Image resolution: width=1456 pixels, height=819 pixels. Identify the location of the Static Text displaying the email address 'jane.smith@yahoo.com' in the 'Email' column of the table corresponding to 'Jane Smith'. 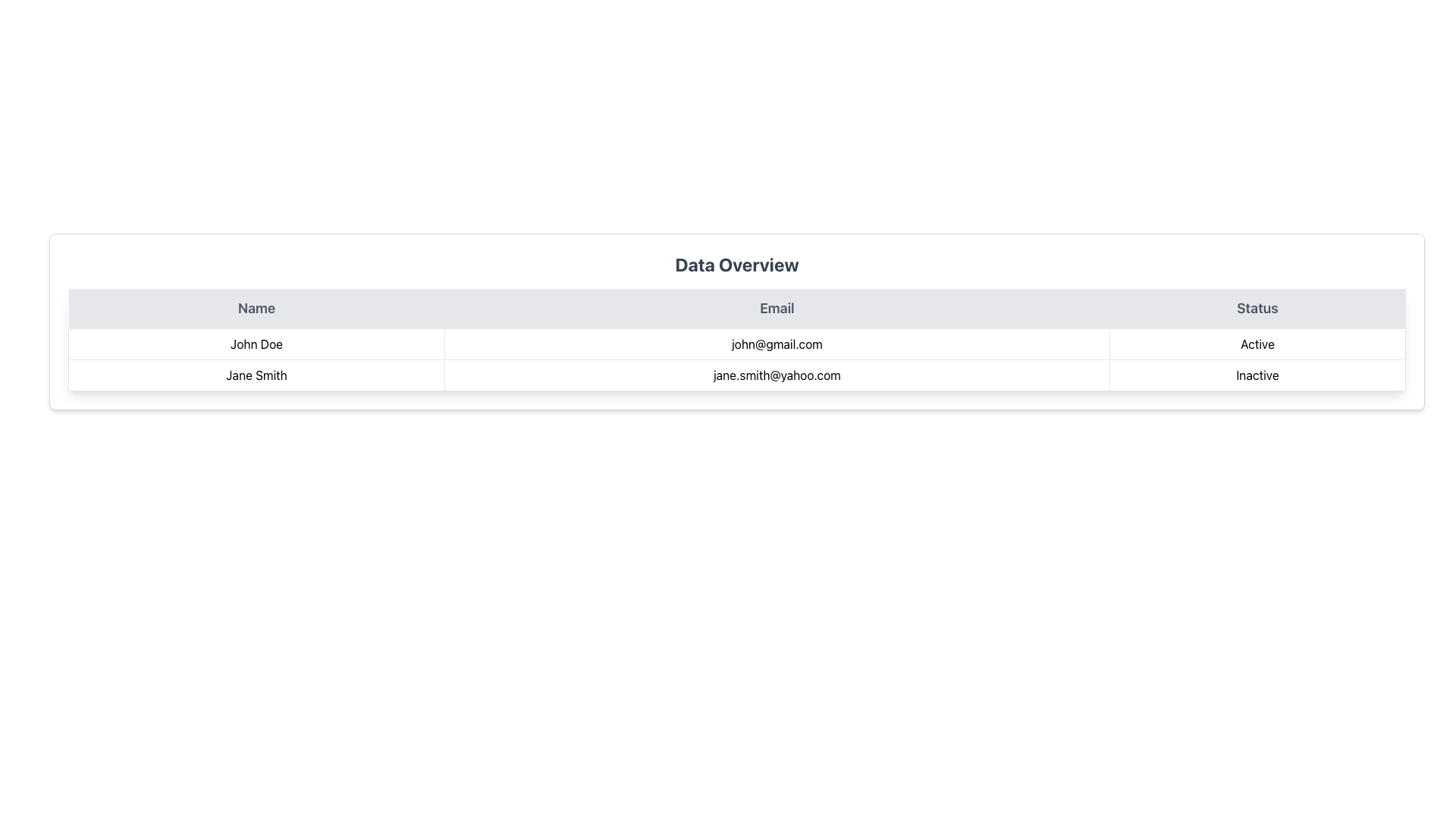
(777, 375).